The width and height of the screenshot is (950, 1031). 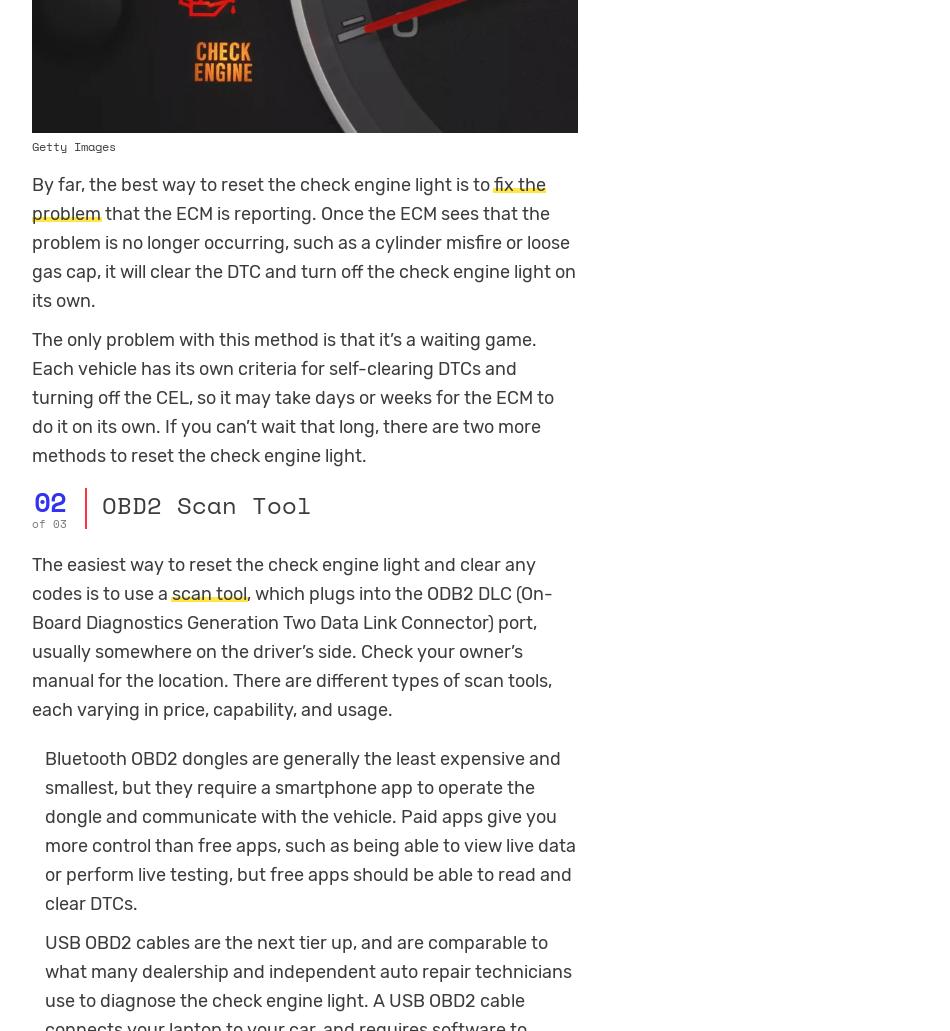 What do you see at coordinates (49, 500) in the screenshot?
I see `'02'` at bounding box center [49, 500].